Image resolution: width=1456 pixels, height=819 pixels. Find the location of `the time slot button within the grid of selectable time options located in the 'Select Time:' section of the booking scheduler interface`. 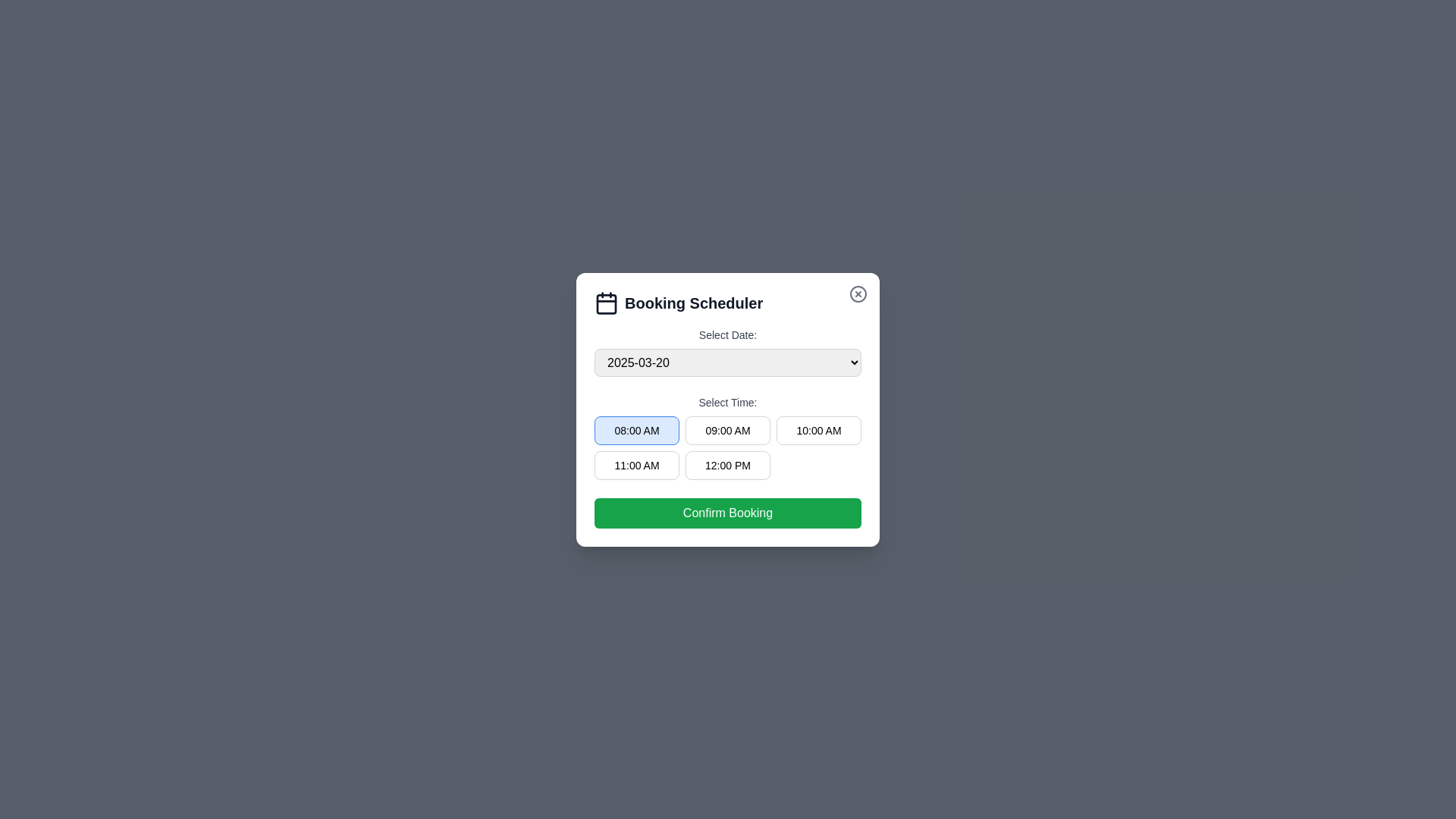

the time slot button within the grid of selectable time options located in the 'Select Time:' section of the booking scheduler interface is located at coordinates (728, 436).